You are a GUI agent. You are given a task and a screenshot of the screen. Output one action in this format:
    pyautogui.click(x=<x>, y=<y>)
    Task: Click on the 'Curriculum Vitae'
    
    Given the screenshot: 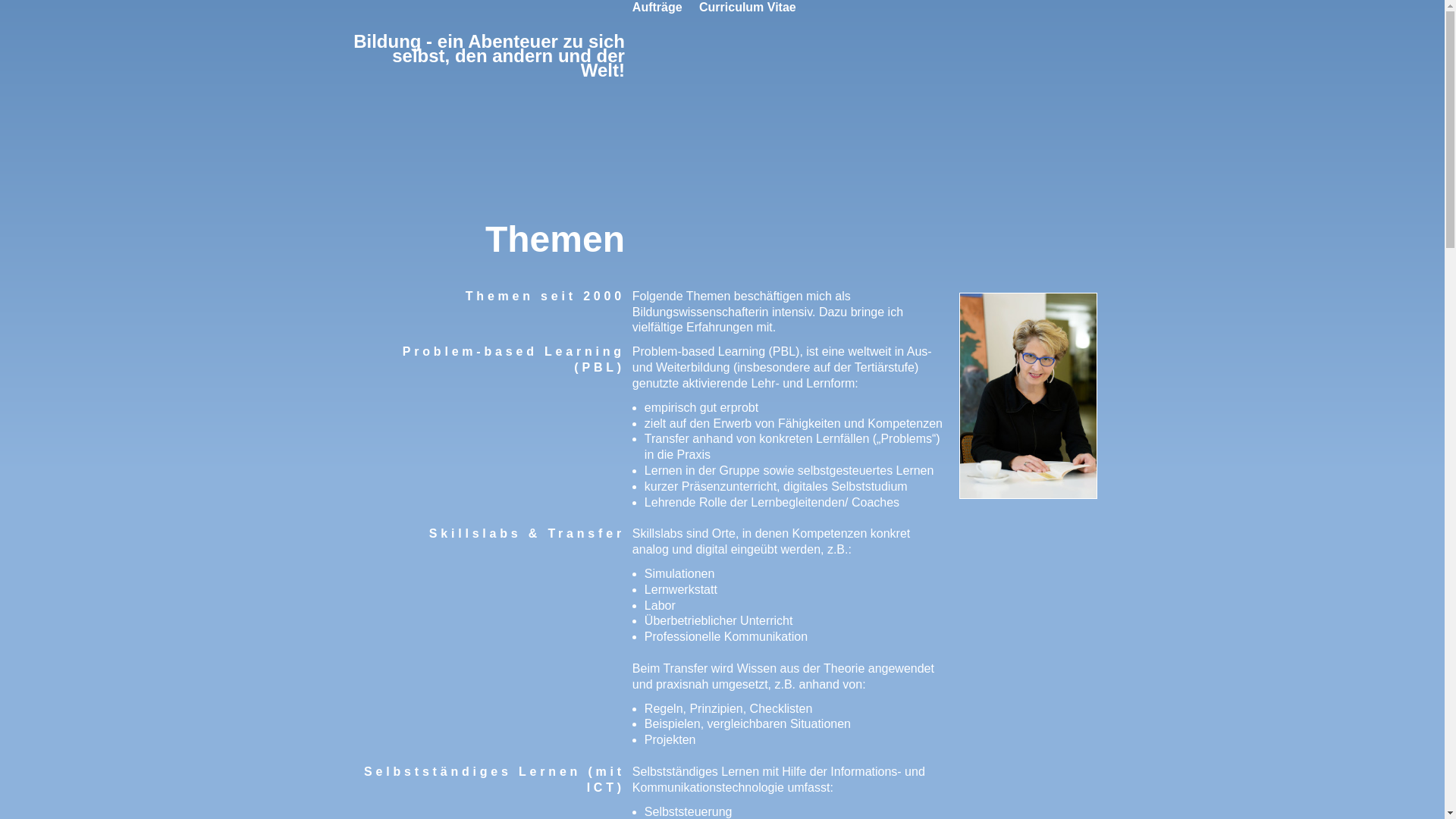 What is the action you would take?
    pyautogui.click(x=698, y=7)
    